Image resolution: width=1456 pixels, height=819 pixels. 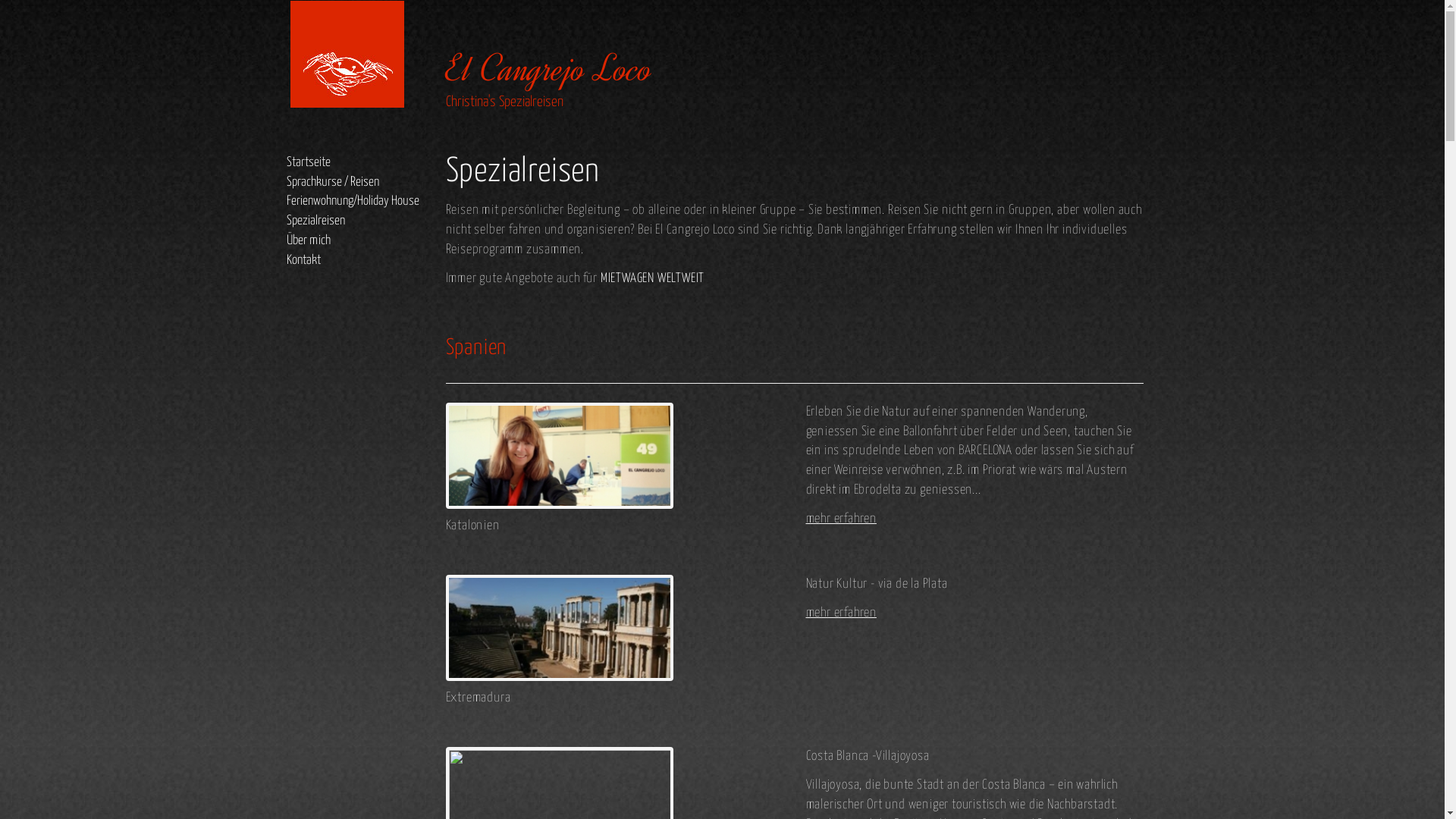 I want to click on 'Ferienwohnung/Holiday House', so click(x=352, y=200).